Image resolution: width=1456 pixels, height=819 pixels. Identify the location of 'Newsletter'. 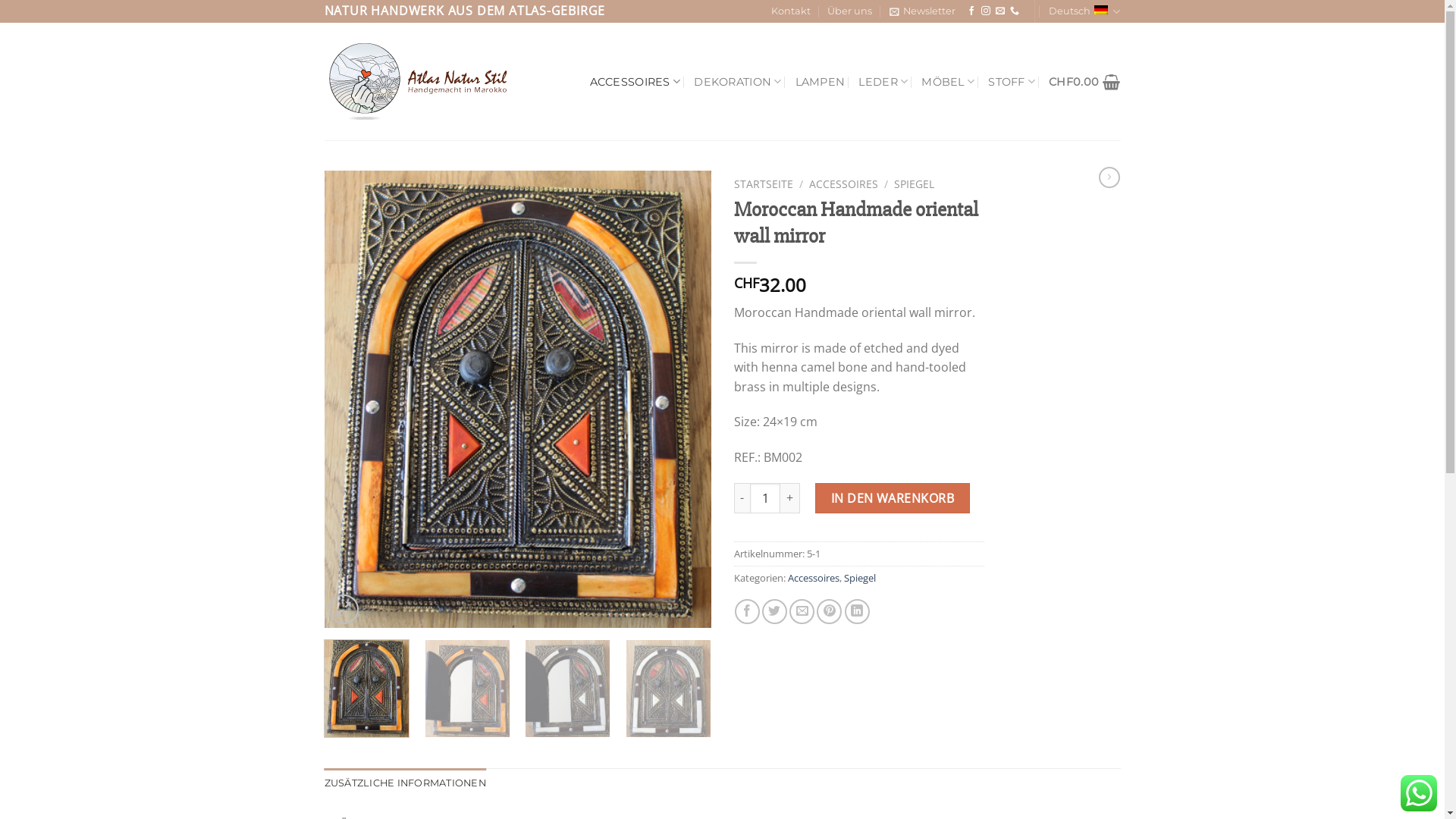
(921, 11).